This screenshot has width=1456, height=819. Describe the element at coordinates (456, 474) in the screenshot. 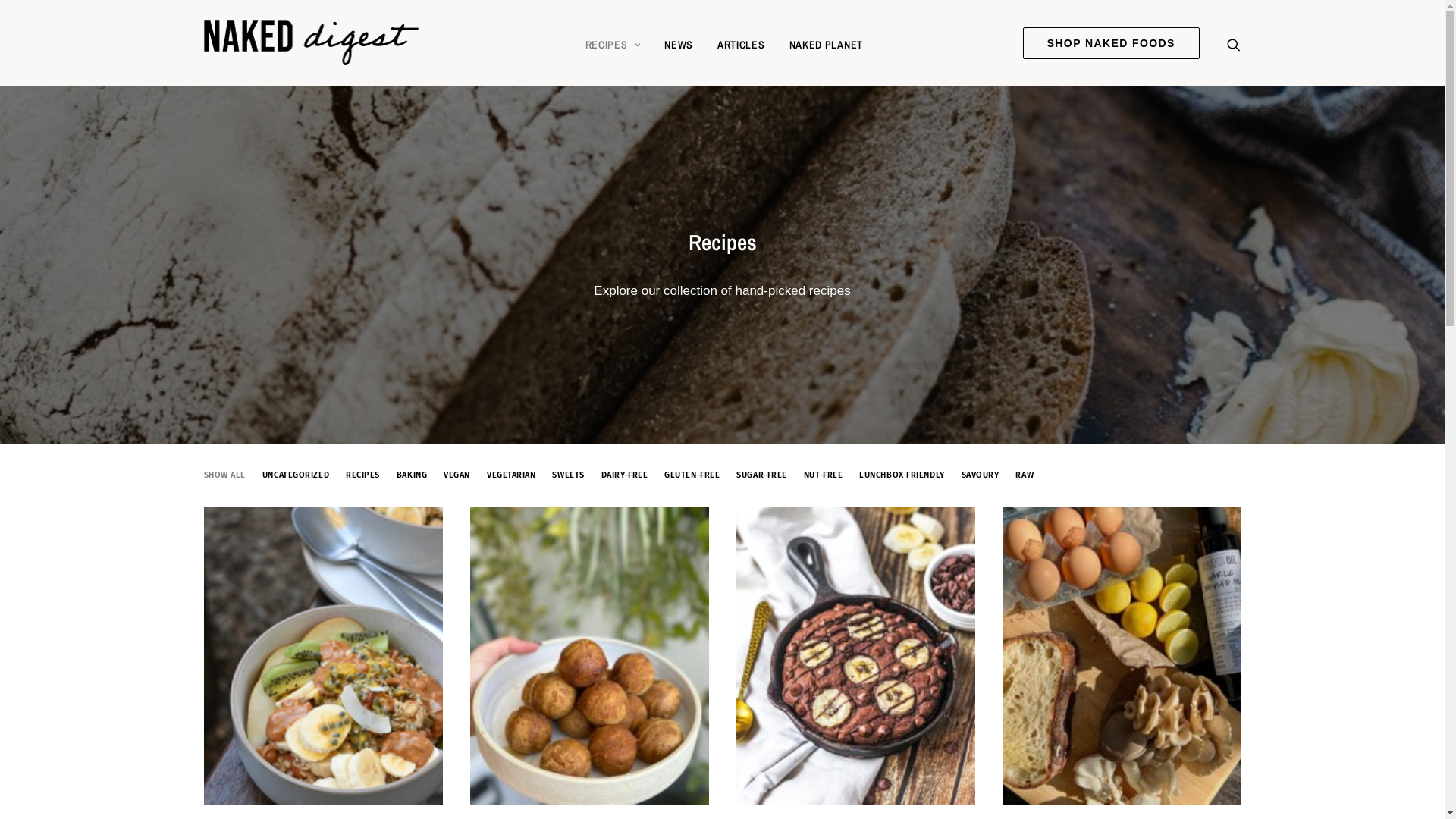

I see `'VEGAN'` at that location.